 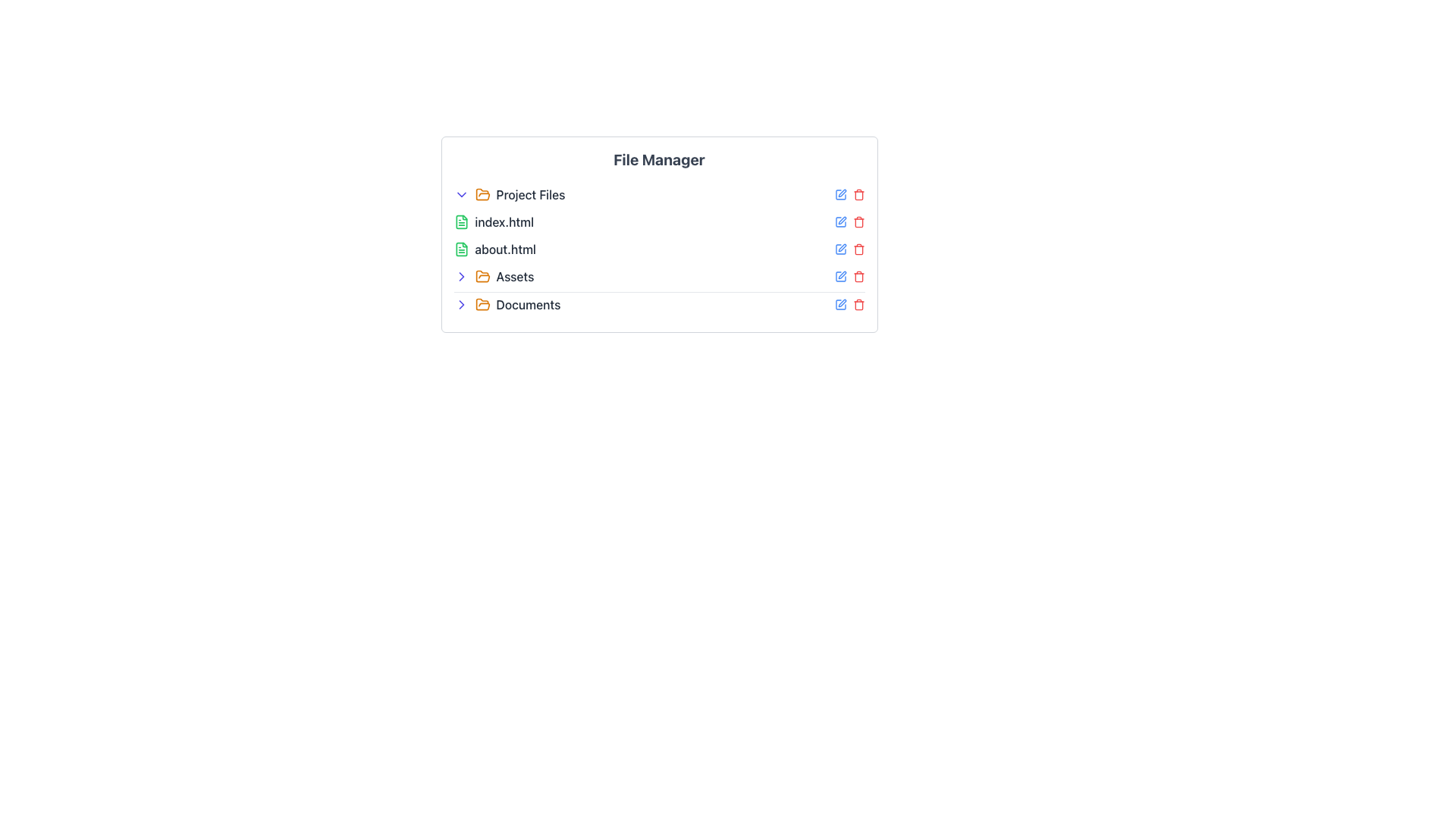 What do you see at coordinates (482, 304) in the screenshot?
I see `the orange open folder icon with rounded edges located next to the 'Documents' text label` at bounding box center [482, 304].